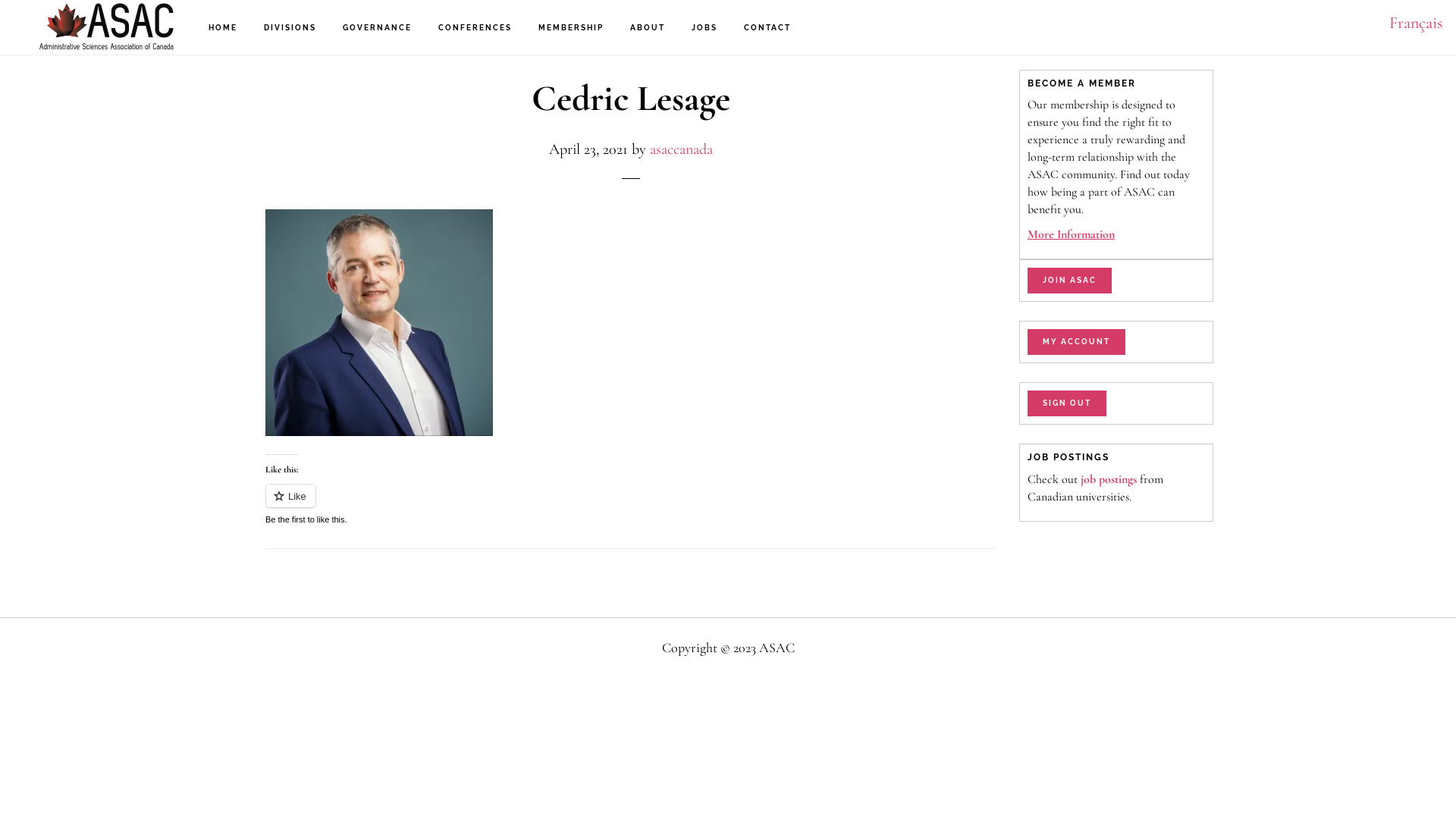 Image resolution: width=1456 pixels, height=819 pixels. What do you see at coordinates (377, 28) in the screenshot?
I see `'GOVERNANCE'` at bounding box center [377, 28].